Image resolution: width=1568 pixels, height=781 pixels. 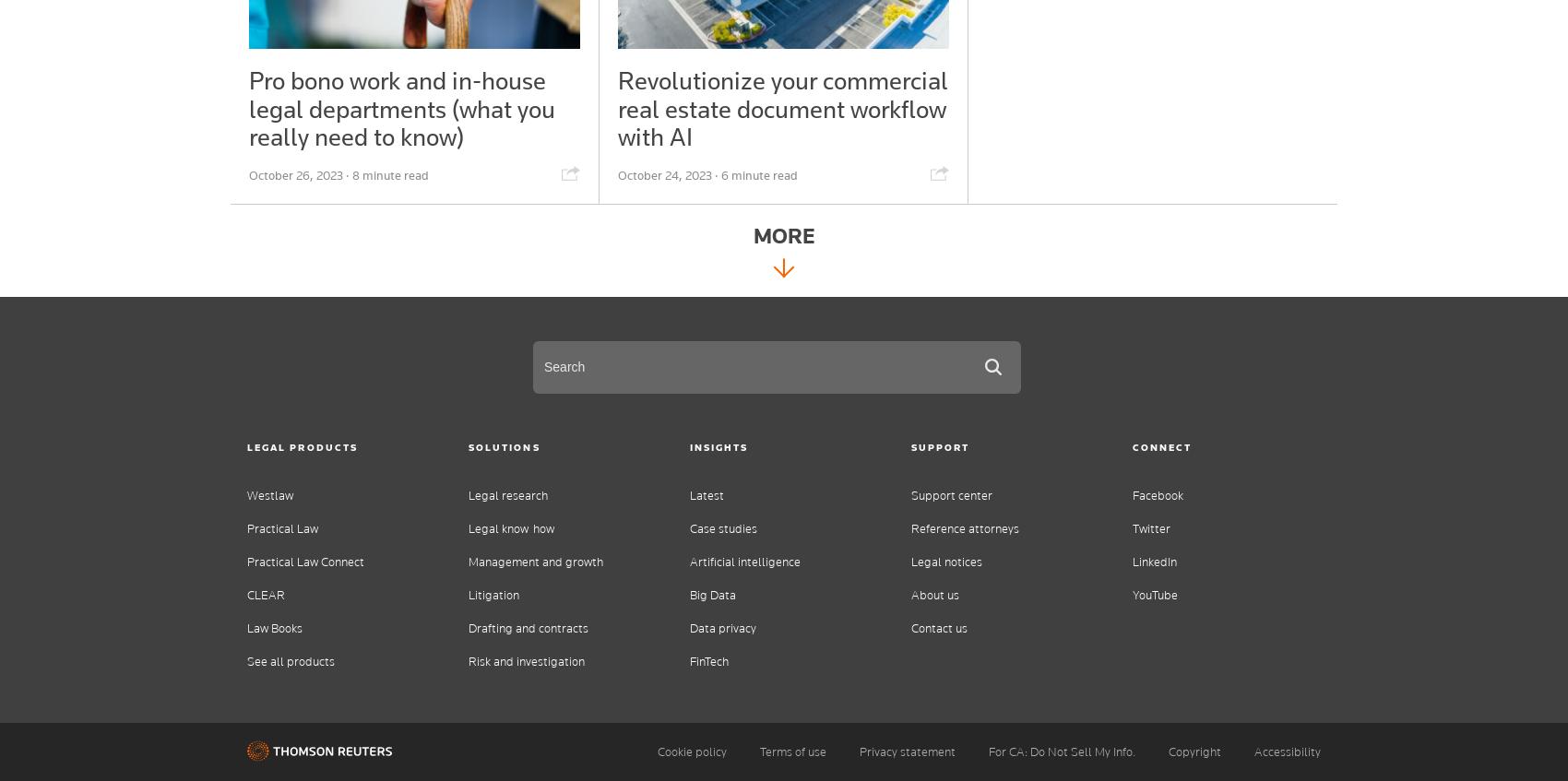 I want to click on 'LinkedIn', so click(x=1154, y=561).